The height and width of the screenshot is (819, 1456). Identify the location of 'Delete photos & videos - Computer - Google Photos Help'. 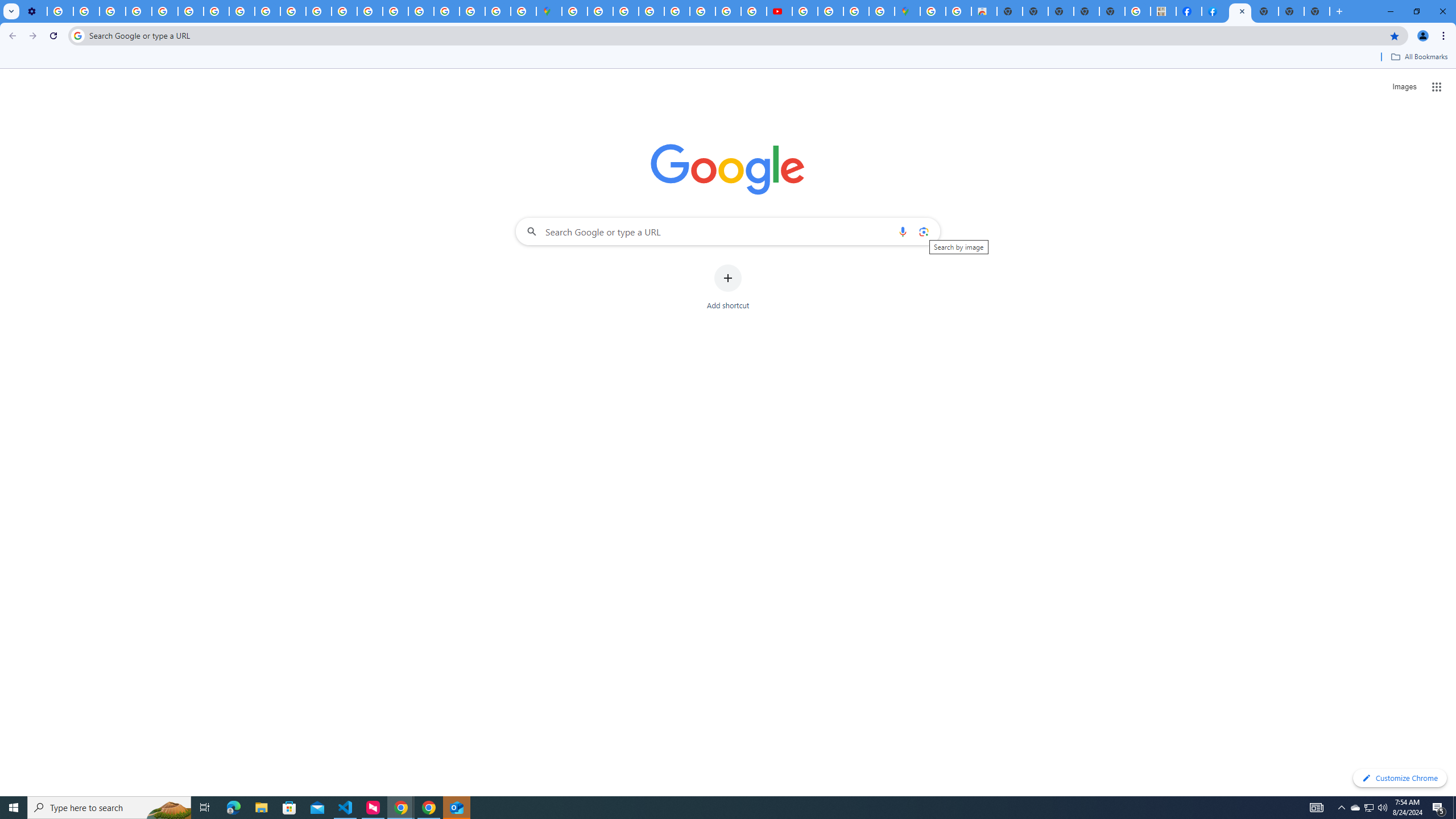
(60, 11).